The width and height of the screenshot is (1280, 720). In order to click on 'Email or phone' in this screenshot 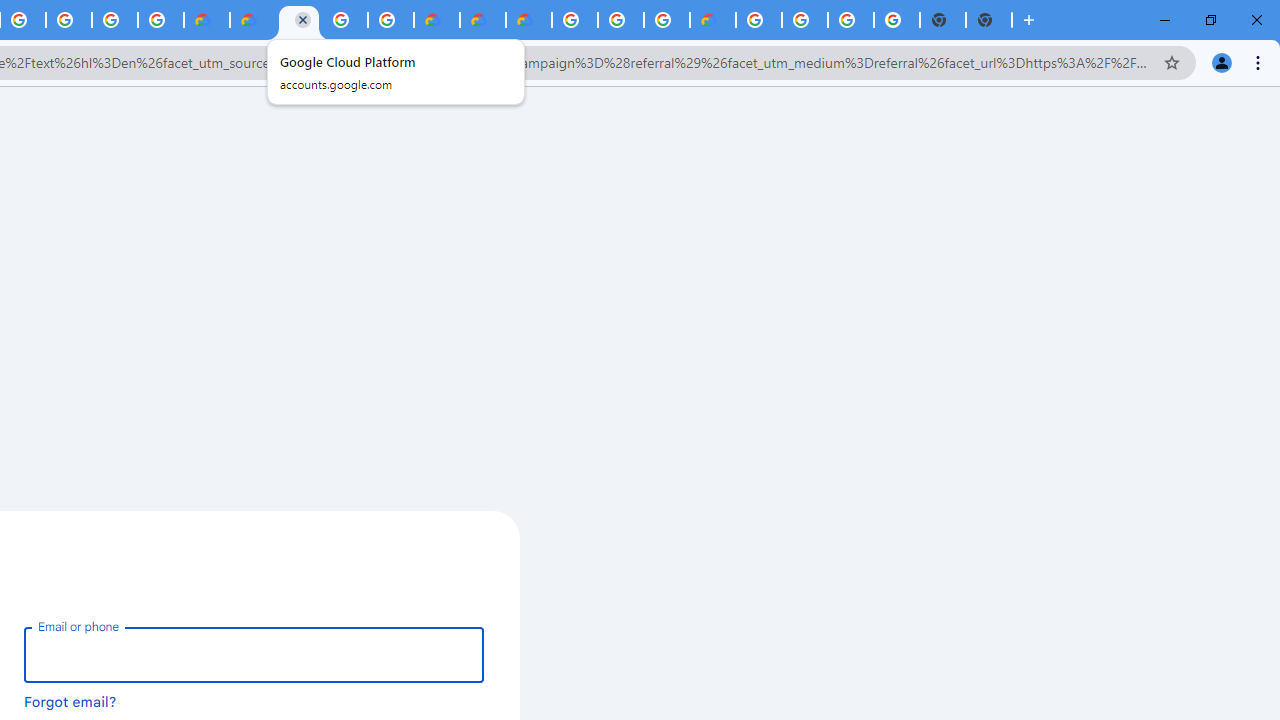, I will do `click(253, 654)`.